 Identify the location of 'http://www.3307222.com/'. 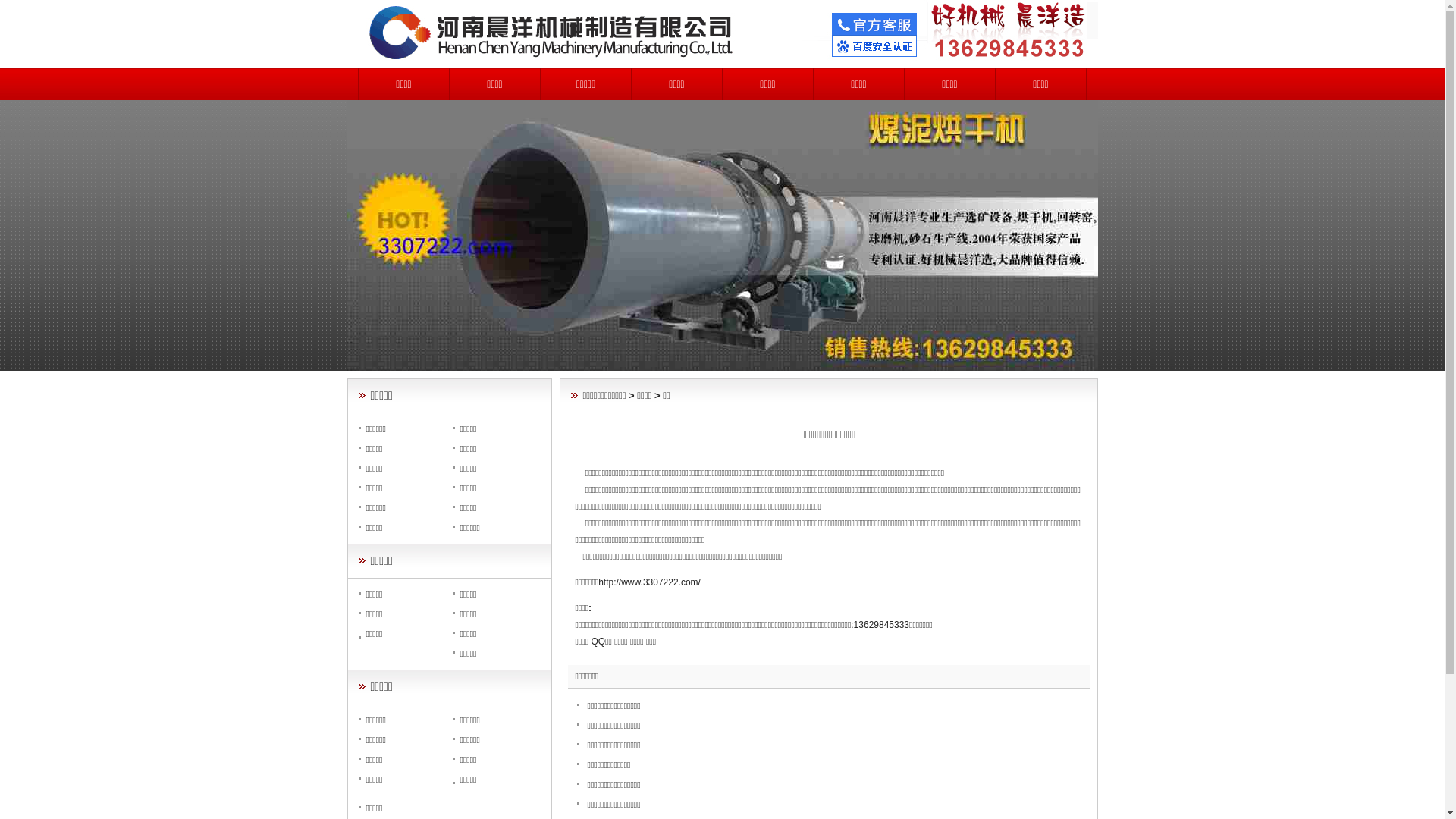
(649, 581).